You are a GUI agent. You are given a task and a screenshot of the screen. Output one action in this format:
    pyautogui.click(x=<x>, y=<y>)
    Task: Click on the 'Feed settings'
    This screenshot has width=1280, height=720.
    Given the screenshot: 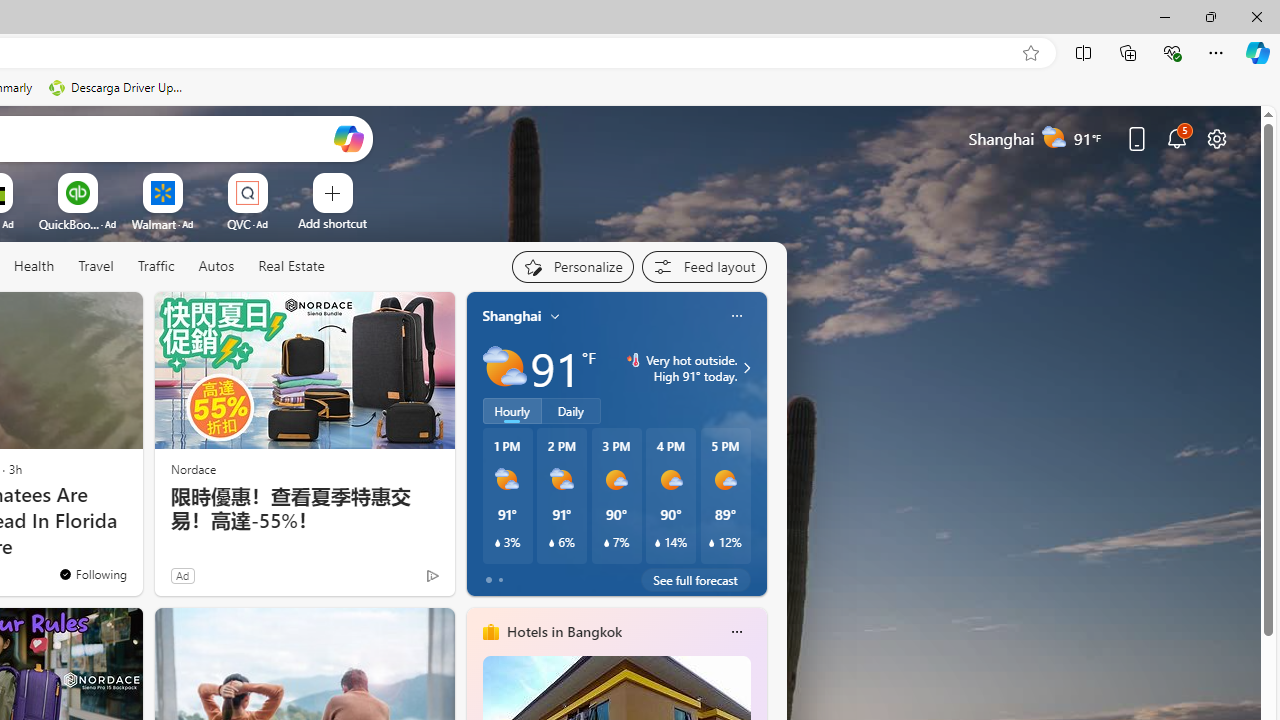 What is the action you would take?
    pyautogui.click(x=704, y=266)
    